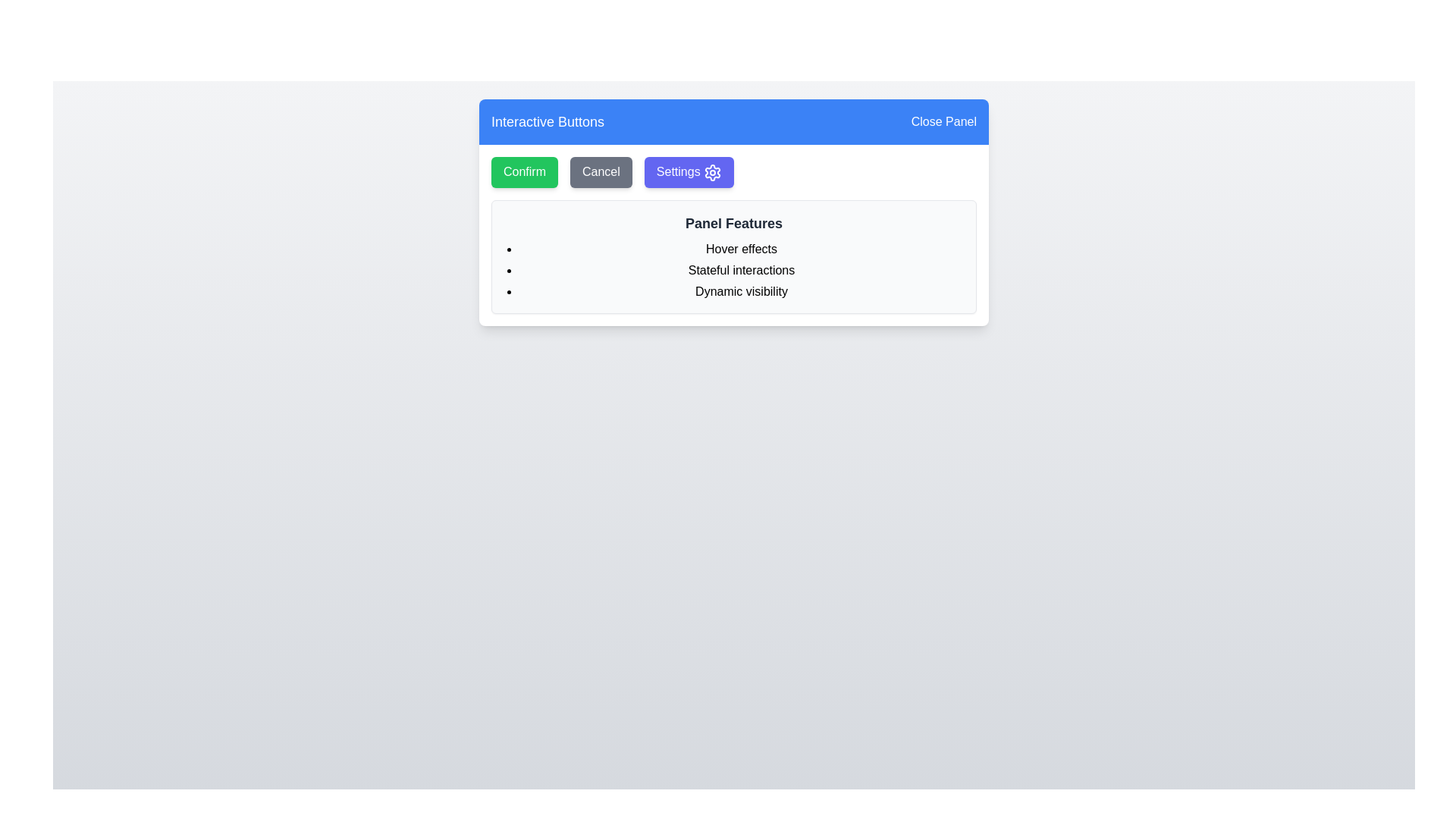 This screenshot has width=1456, height=819. I want to click on the static text element displaying 'Dynamic visibility', which is the last item in the bulleted list under the 'Panel Features' heading, so click(742, 291).